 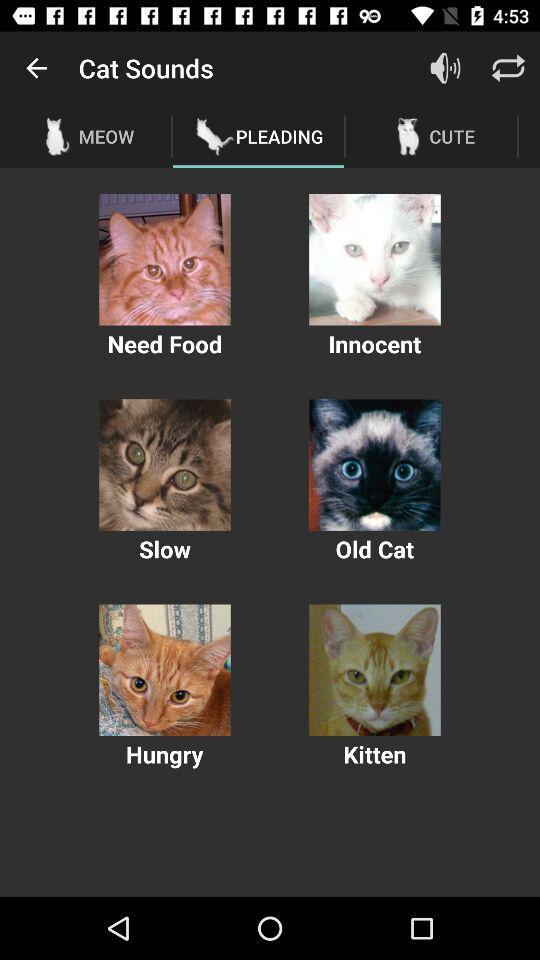 I want to click on choose kitten, so click(x=374, y=670).